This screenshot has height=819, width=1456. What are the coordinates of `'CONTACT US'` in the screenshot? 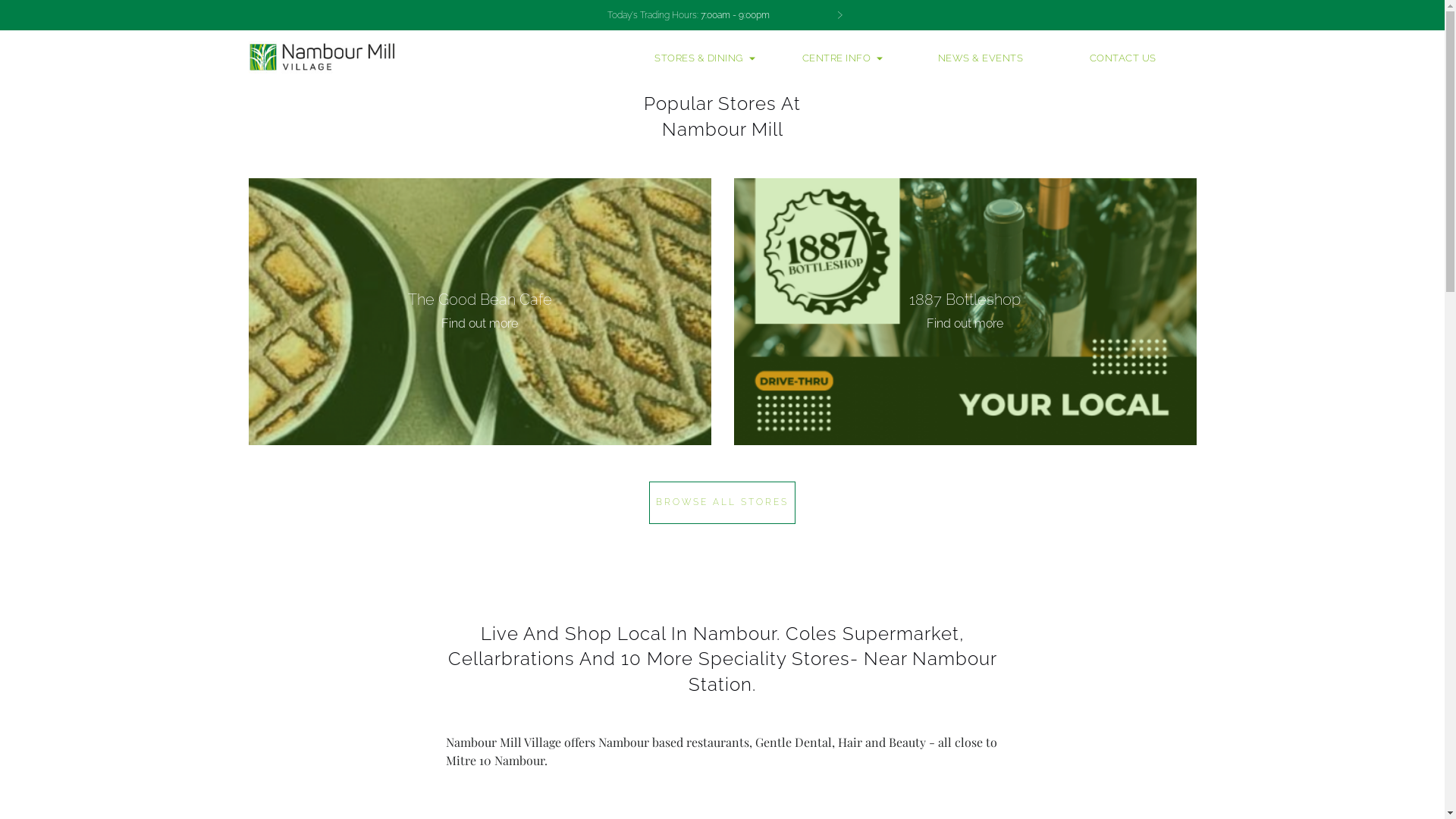 It's located at (1123, 58).